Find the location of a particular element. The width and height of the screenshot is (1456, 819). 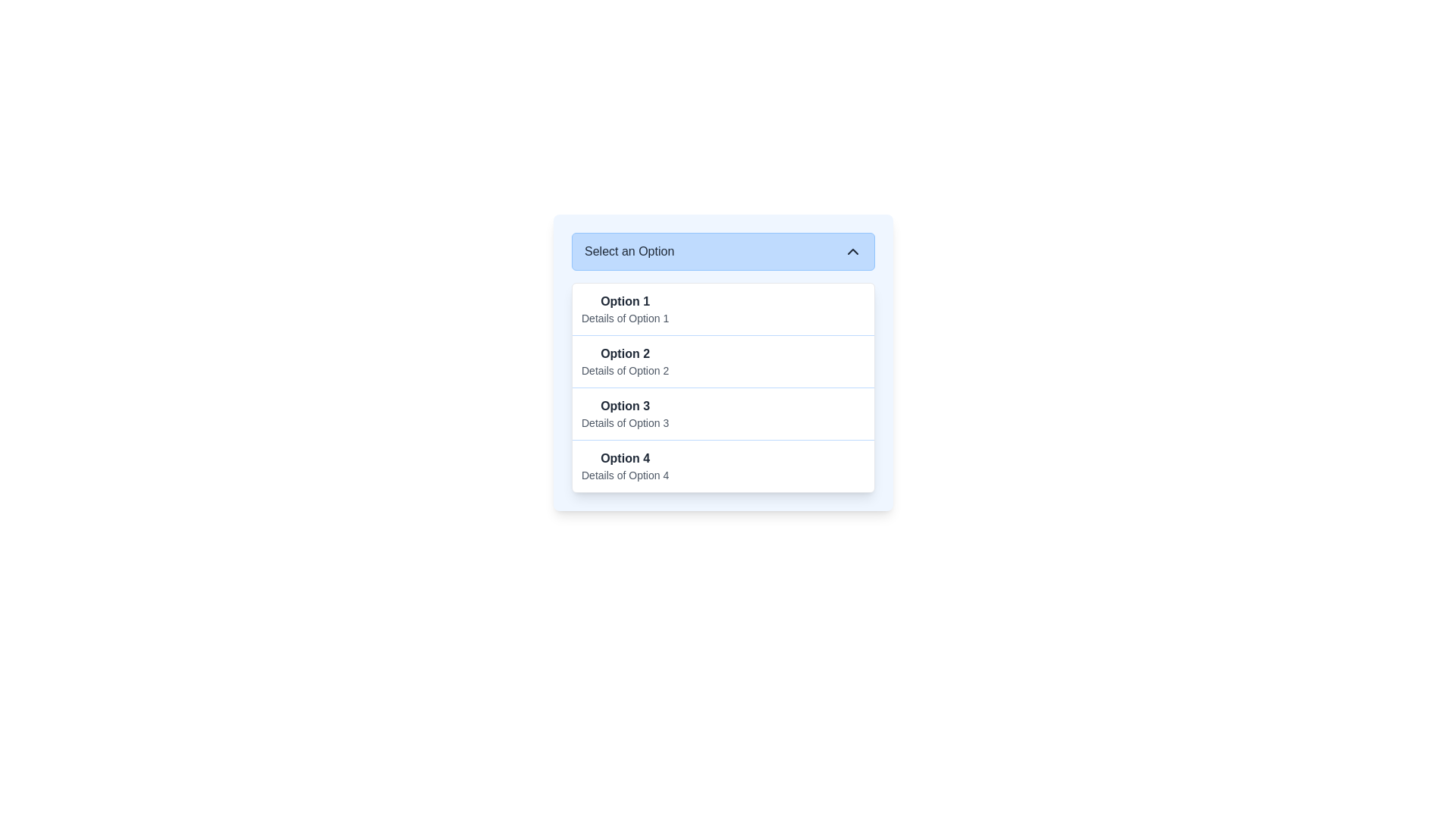

to select the 'Option 3' item in the dropdown menu, which displays 'Option 3' in bold above 'Details of Option 3' is located at coordinates (625, 414).